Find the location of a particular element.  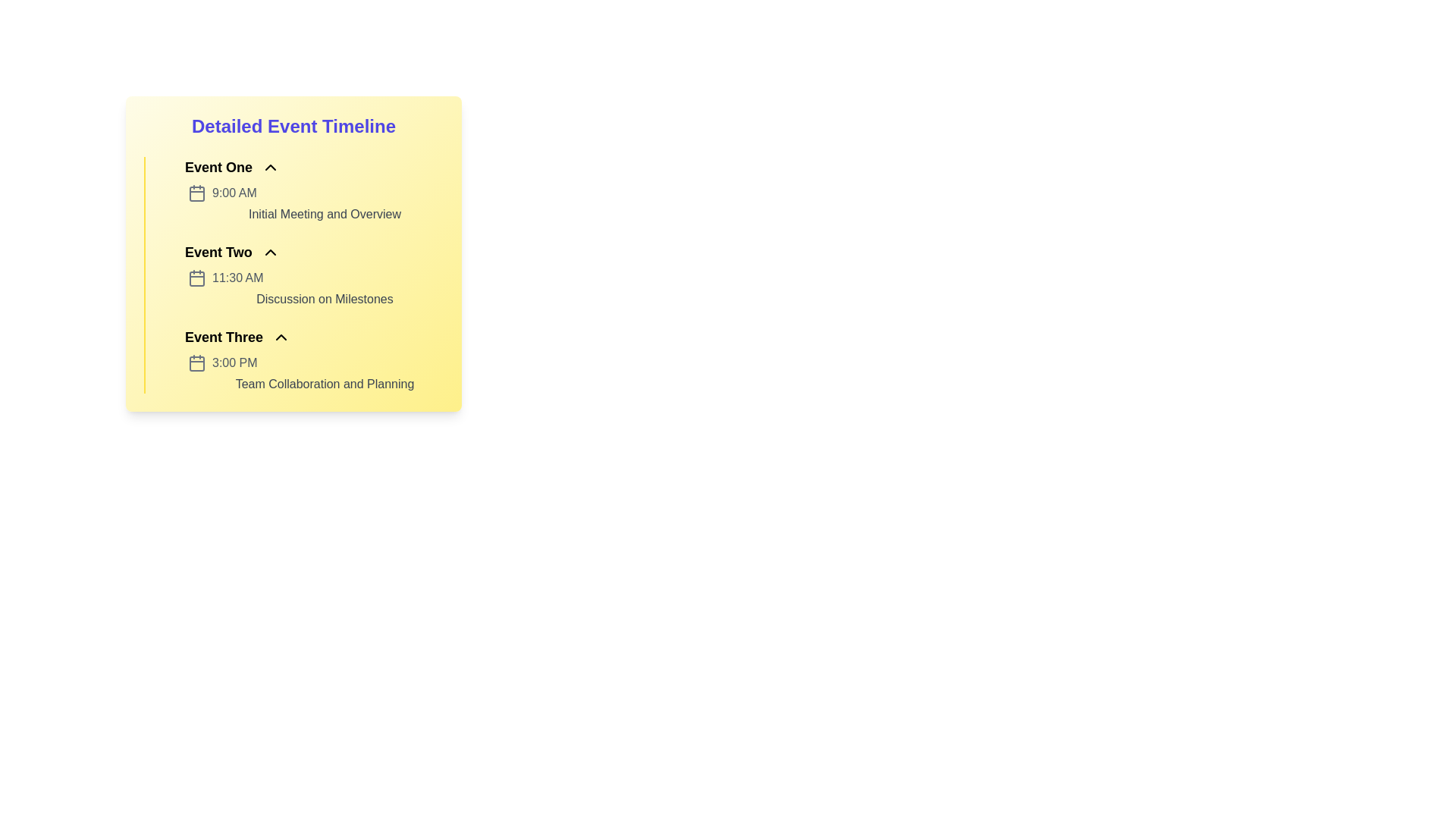

the second event label in the timeline, which serves as a header for related details, positioned below 'Event One' and above 'Event Three' is located at coordinates (218, 251).